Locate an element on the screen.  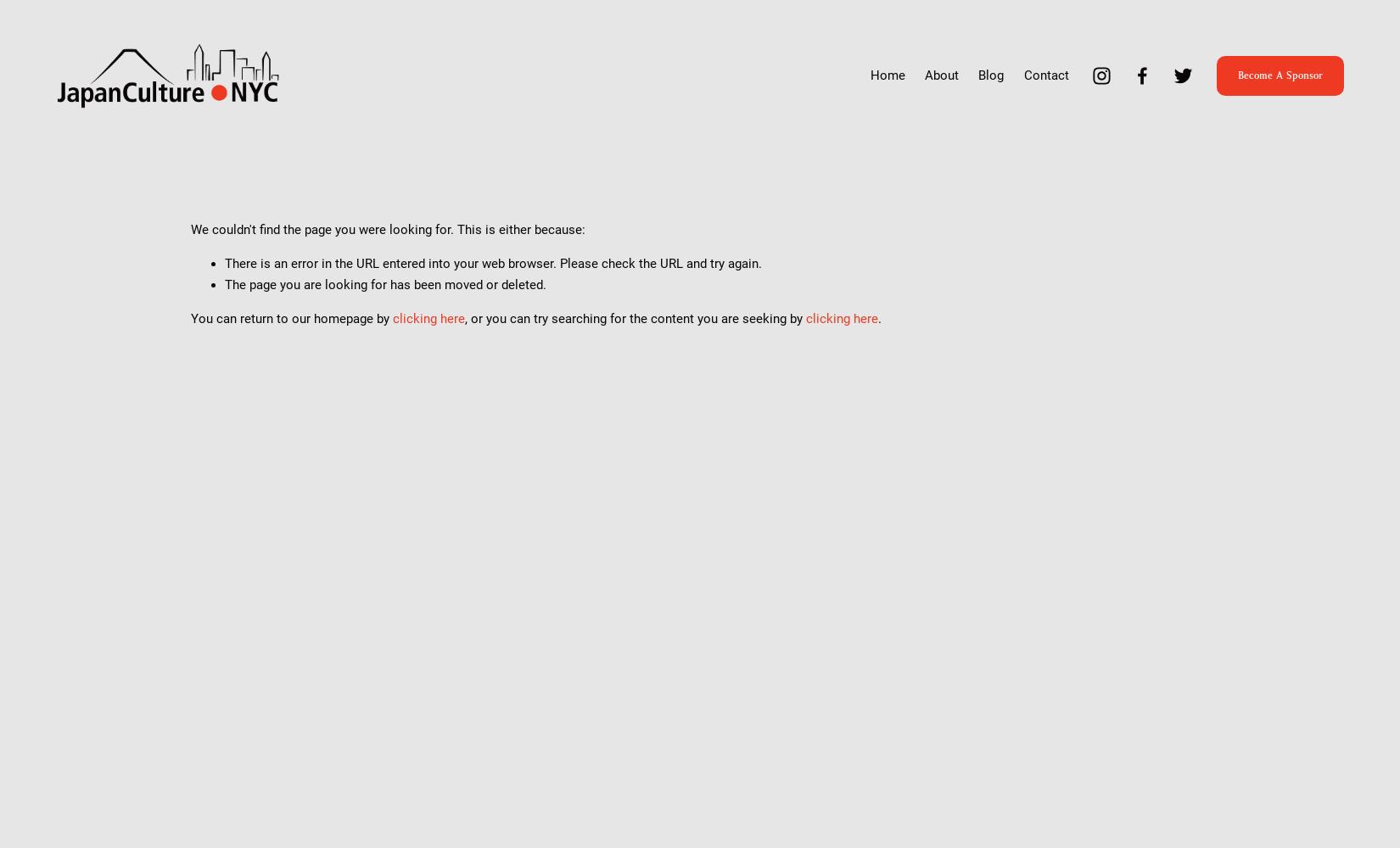
'Blog' is located at coordinates (991, 75).